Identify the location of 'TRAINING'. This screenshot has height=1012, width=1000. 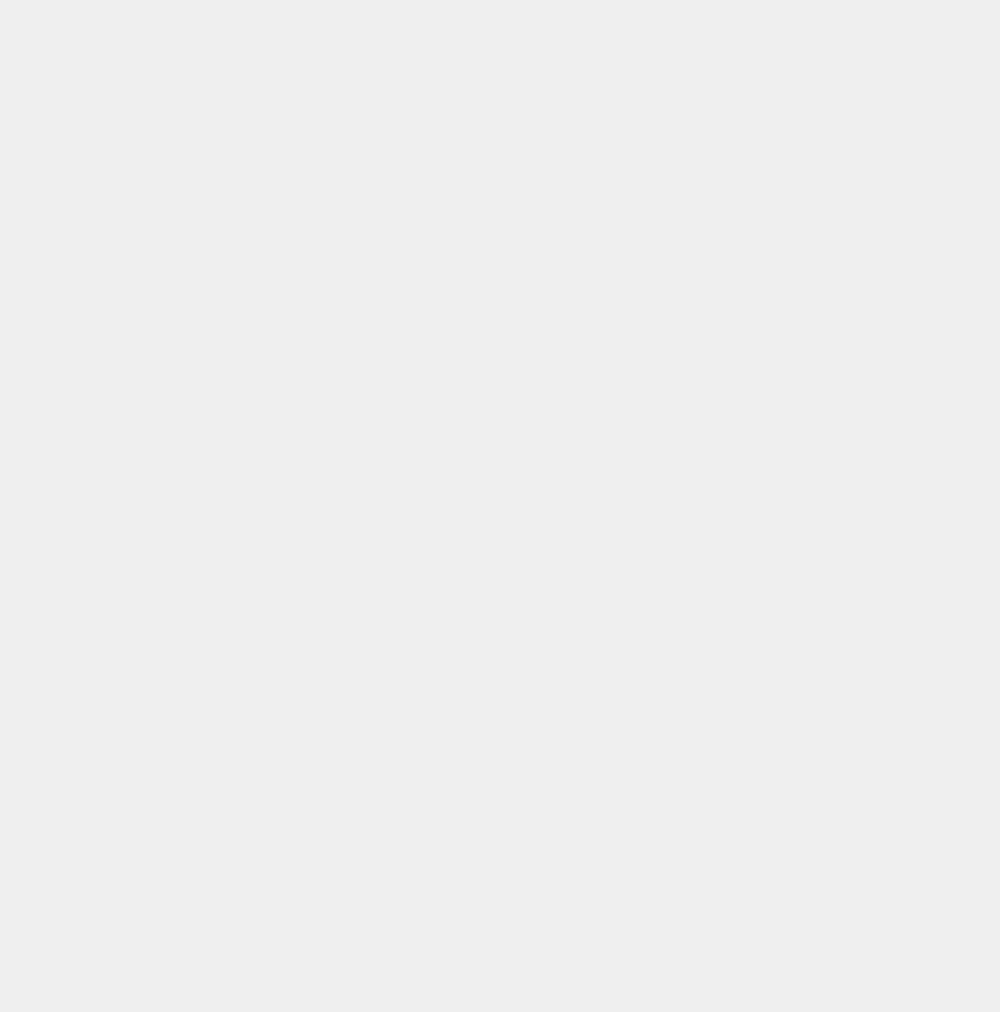
(106, 93).